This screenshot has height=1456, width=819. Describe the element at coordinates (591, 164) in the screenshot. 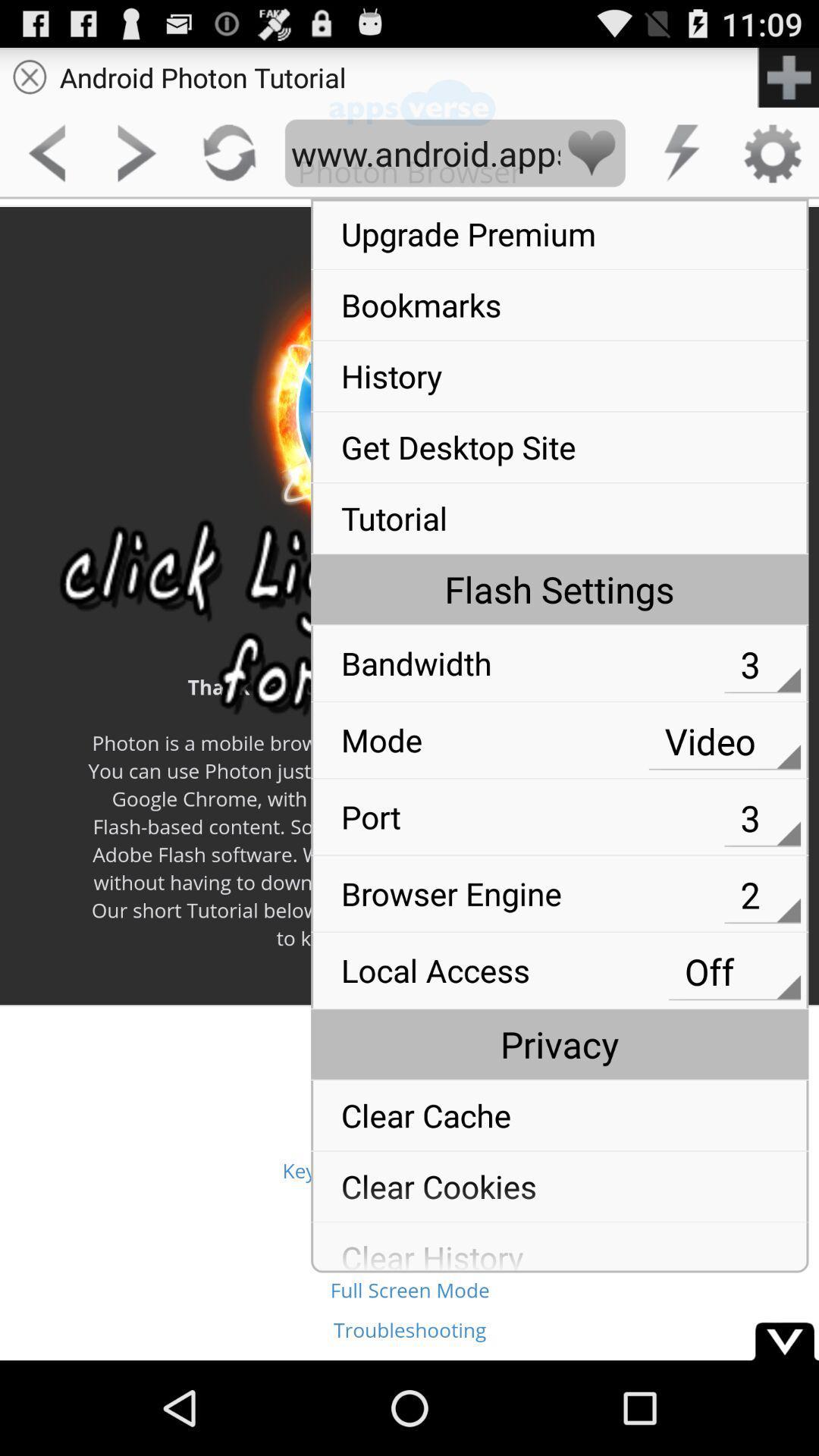

I see `the favorite icon` at that location.